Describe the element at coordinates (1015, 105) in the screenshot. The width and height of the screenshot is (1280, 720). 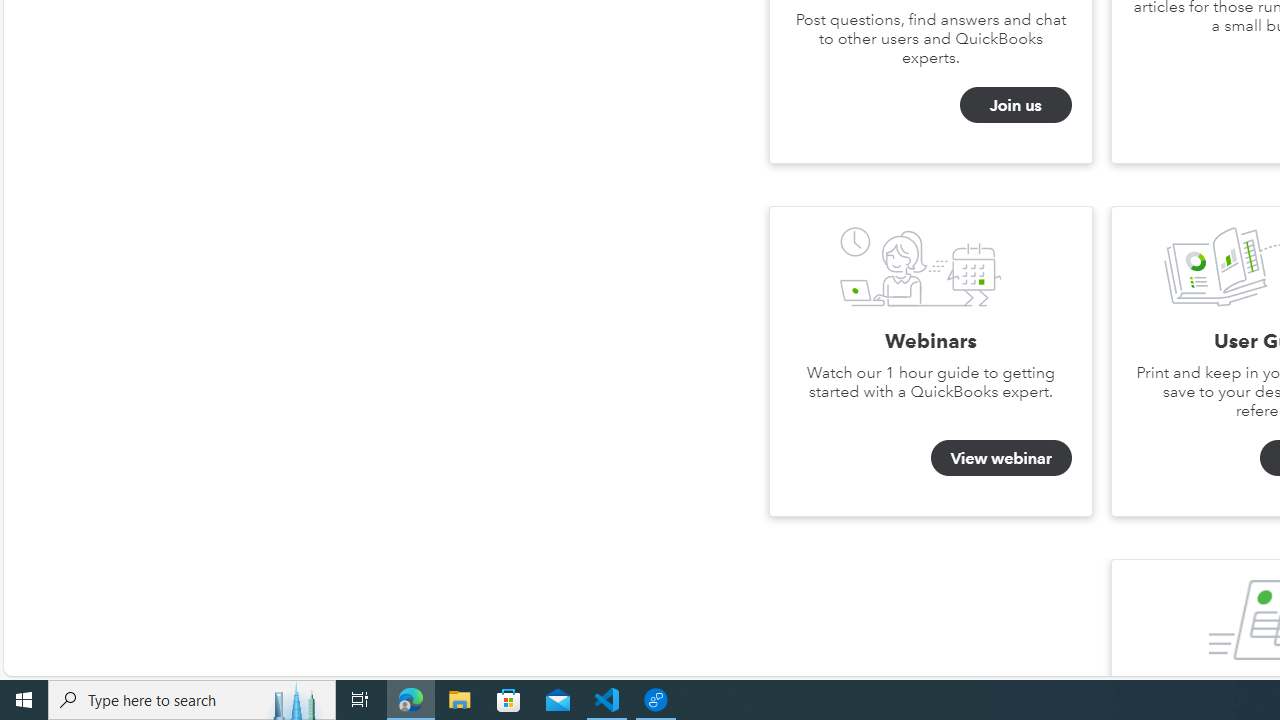
I see `'Join us'` at that location.